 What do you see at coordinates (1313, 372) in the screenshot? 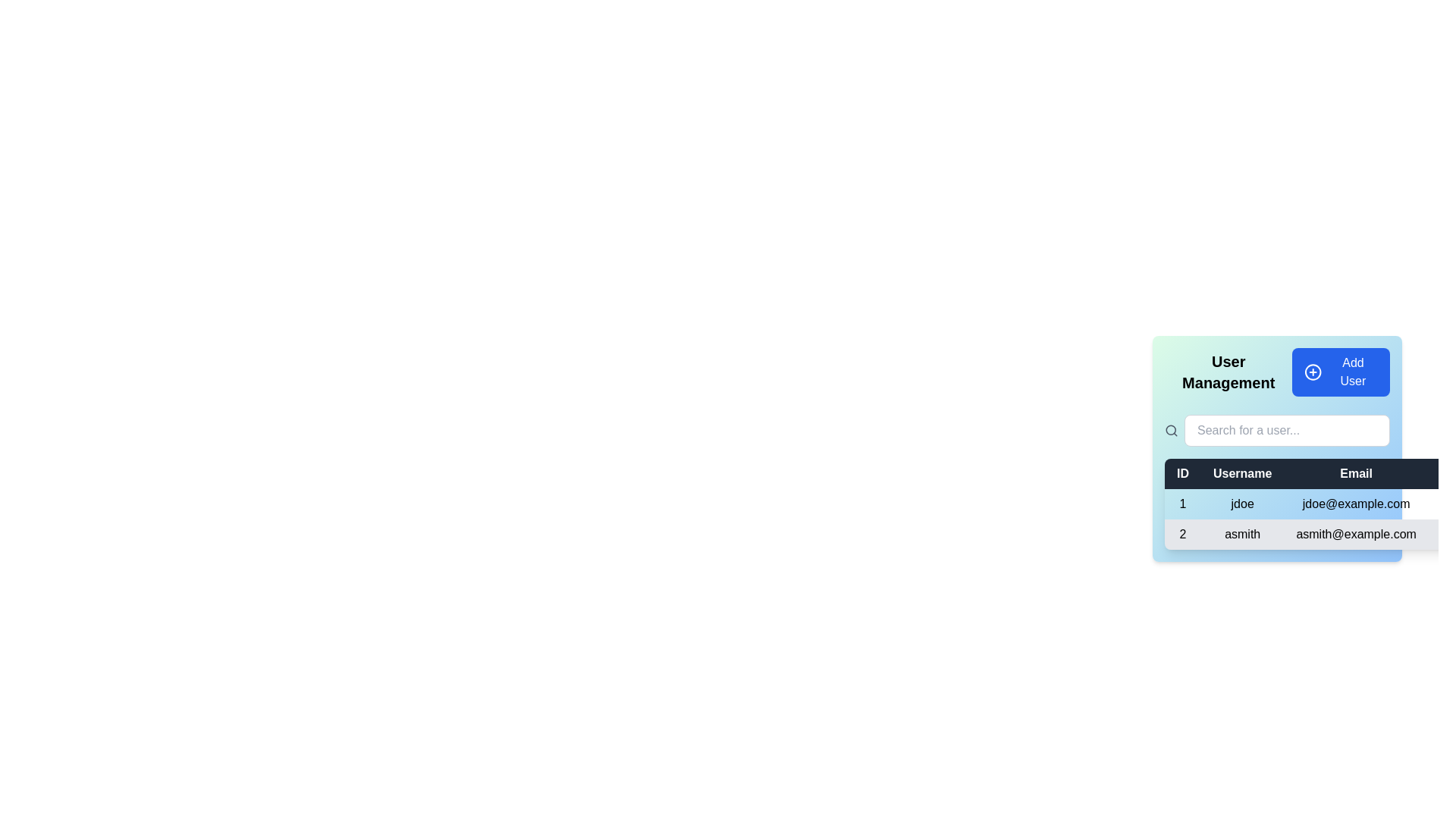
I see `the circular icon with a blue border and a white center containing a plus symbol, located to the left of the 'Add User' text within the button` at bounding box center [1313, 372].